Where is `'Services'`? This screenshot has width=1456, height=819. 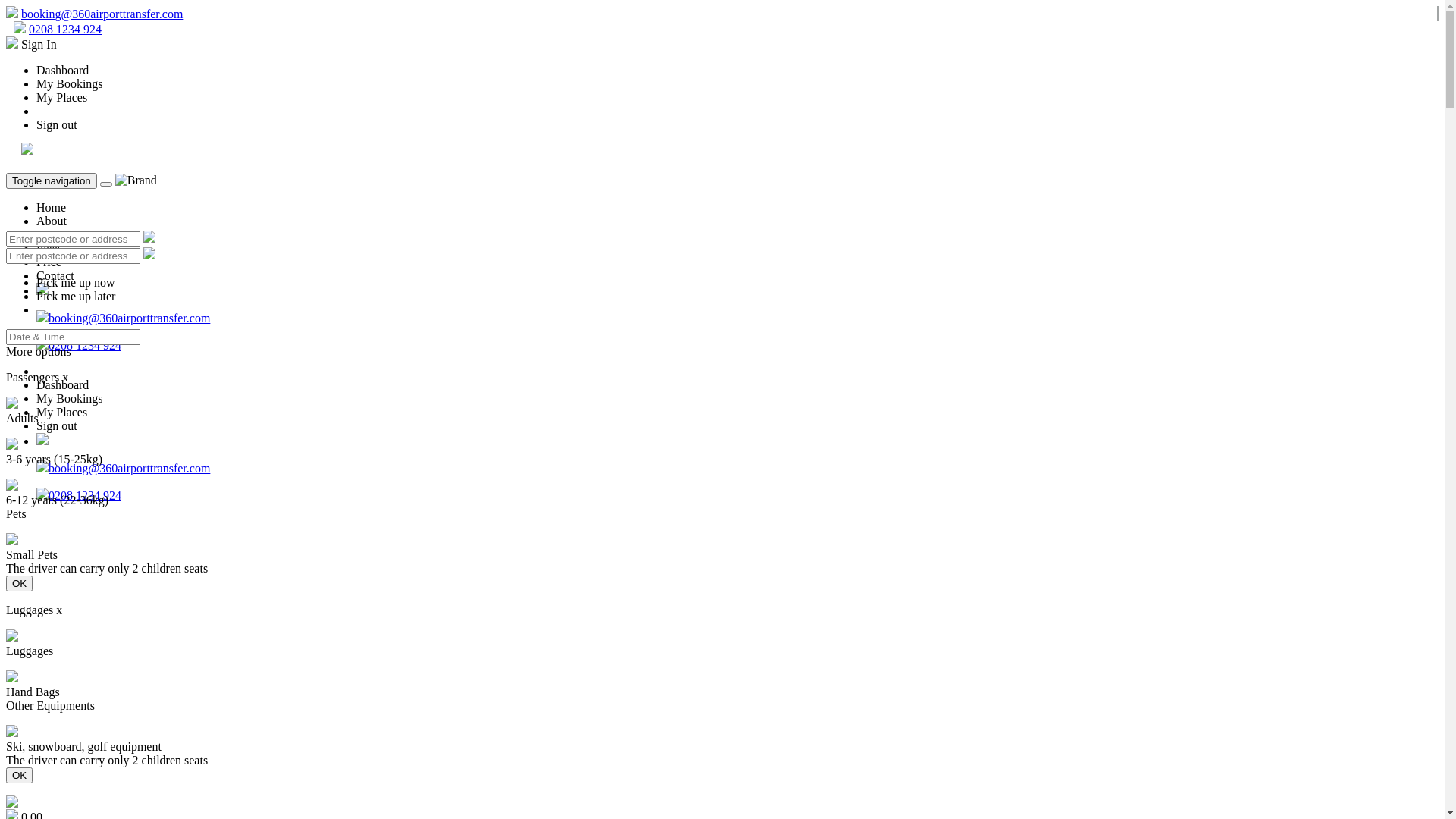 'Services' is located at coordinates (57, 234).